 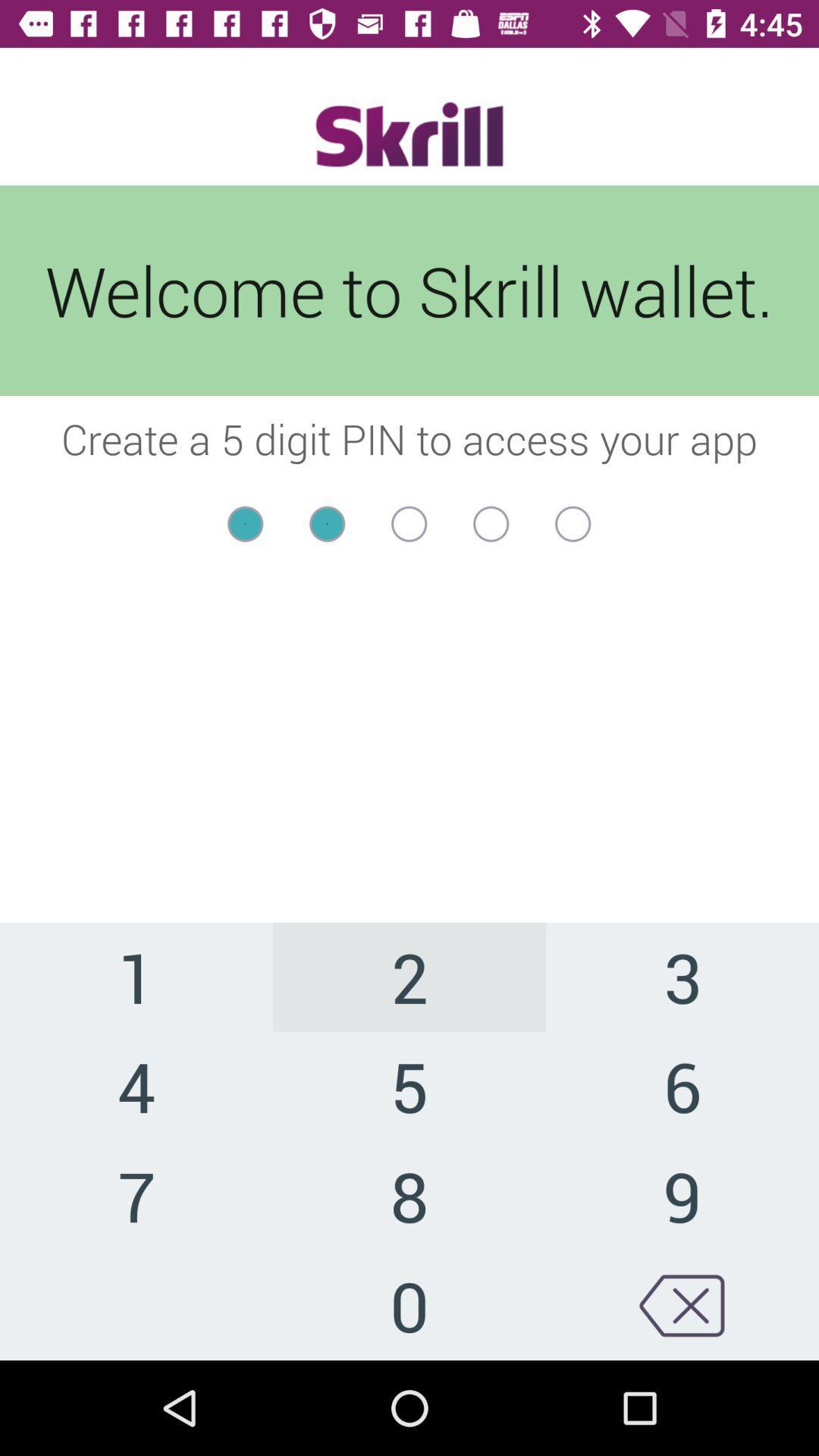 What do you see at coordinates (136, 1194) in the screenshot?
I see `the icon below 4 item` at bounding box center [136, 1194].